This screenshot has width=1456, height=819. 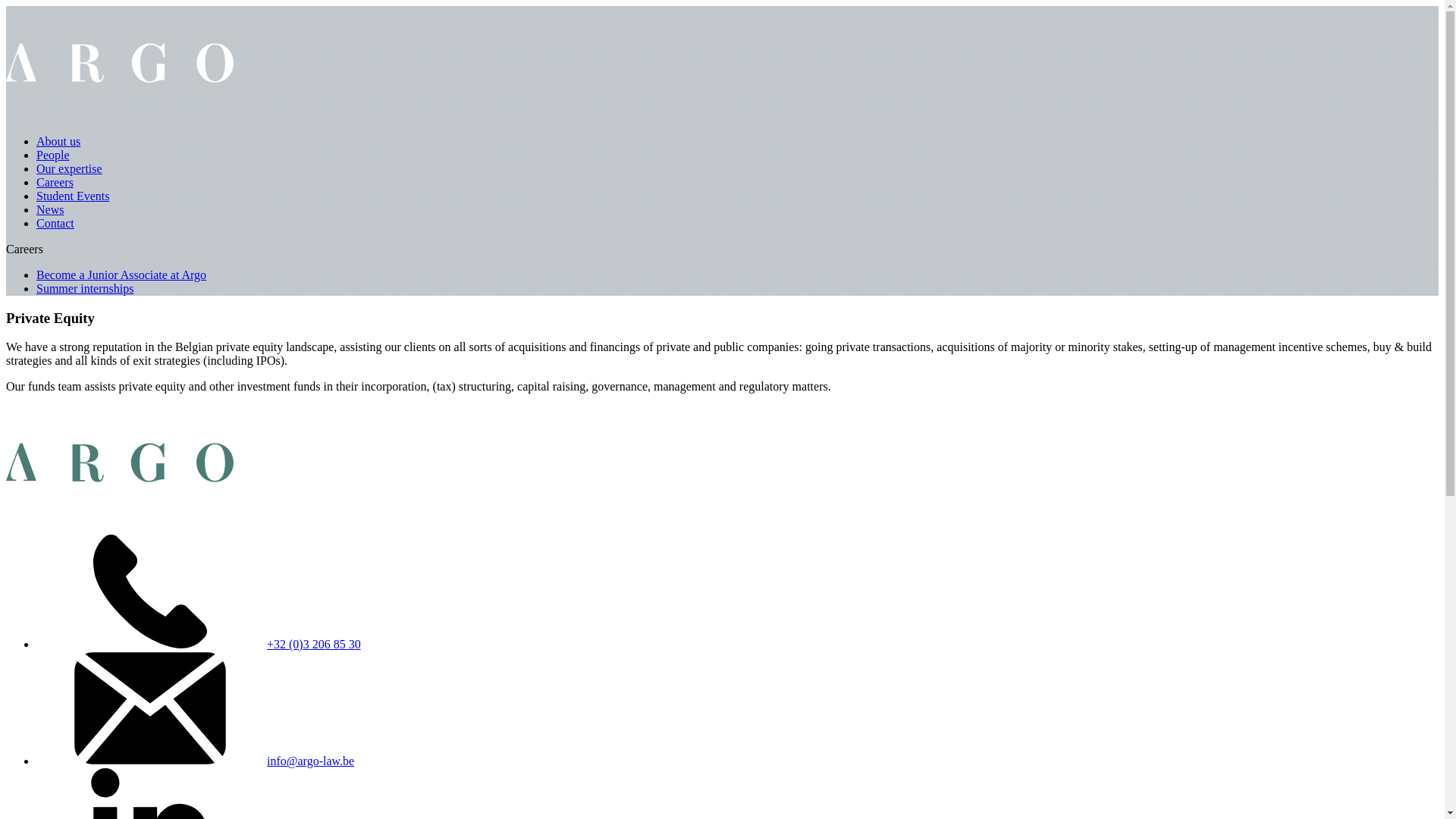 What do you see at coordinates (36, 223) in the screenshot?
I see `'Contact'` at bounding box center [36, 223].